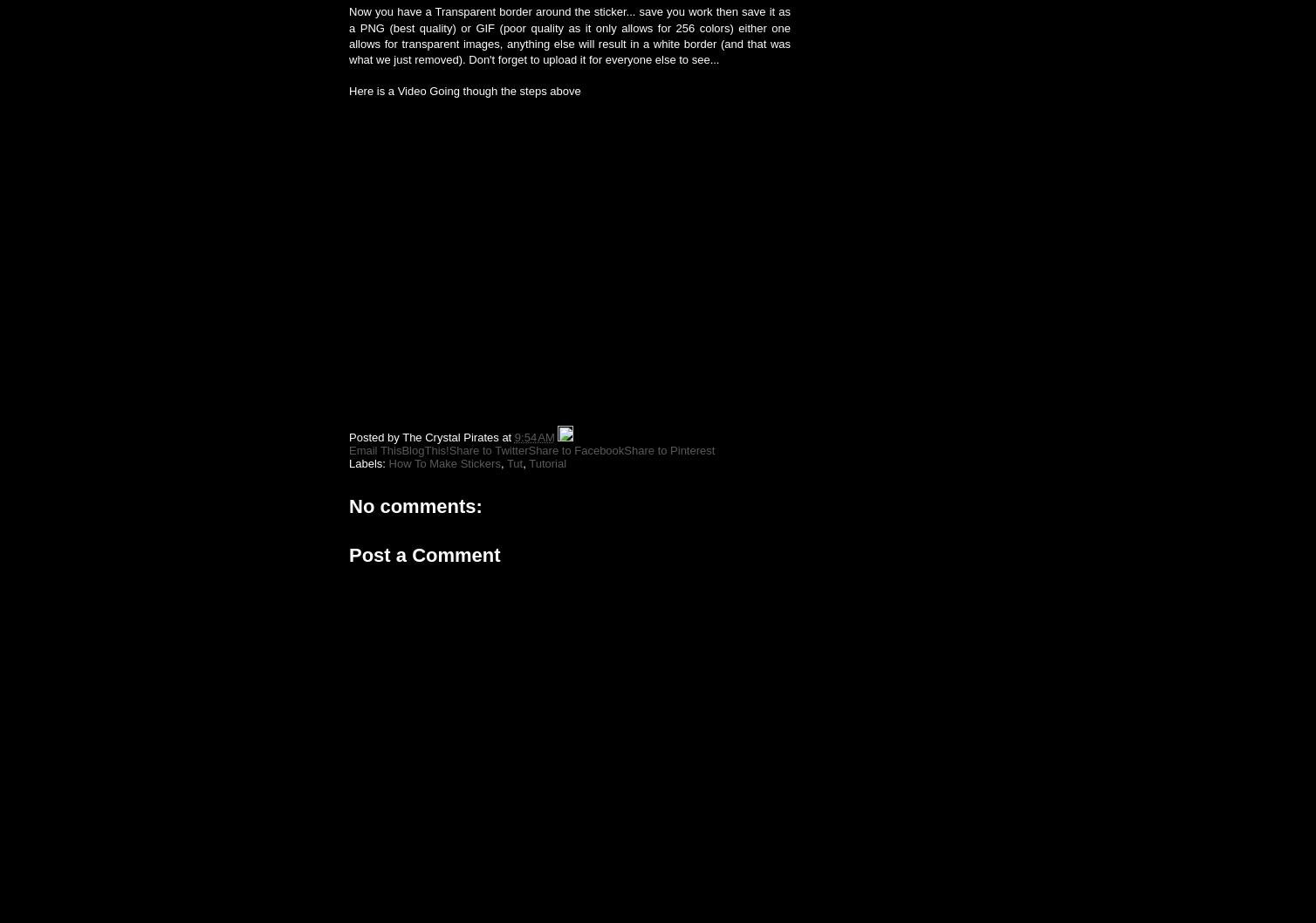 This screenshot has width=1316, height=923. I want to click on 'Posted by', so click(375, 436).